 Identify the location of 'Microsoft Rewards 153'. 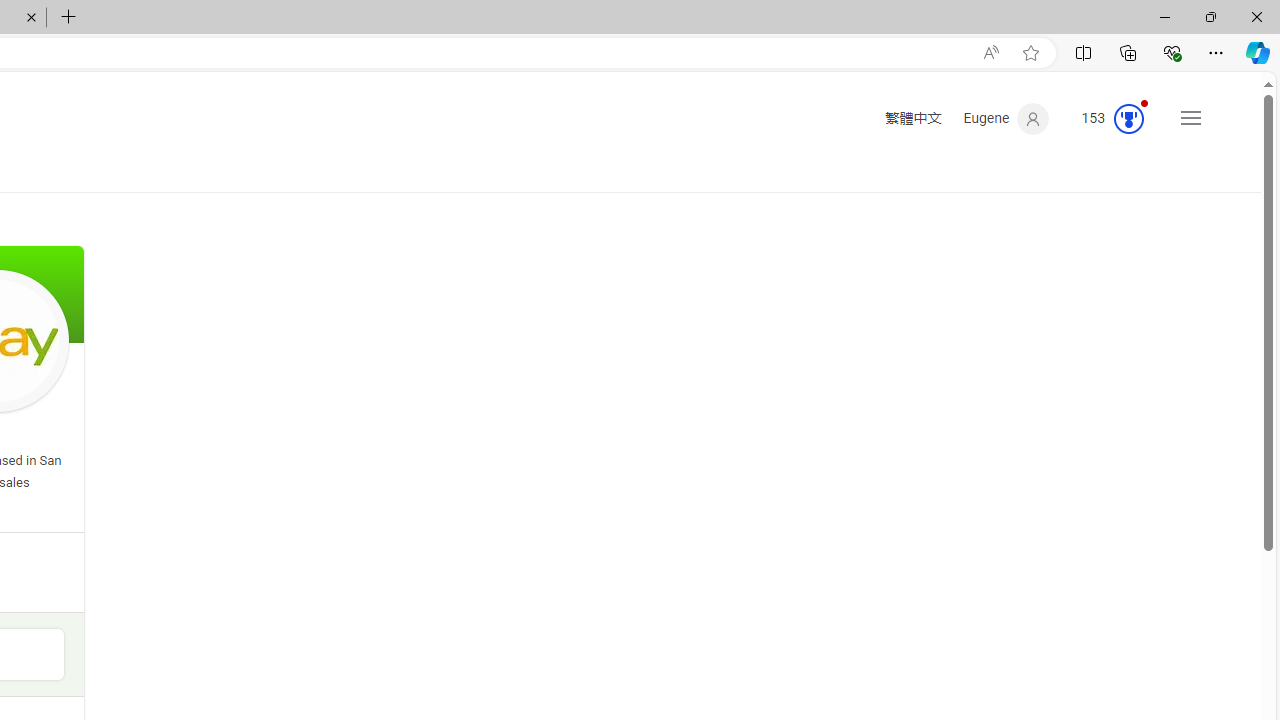
(1104, 119).